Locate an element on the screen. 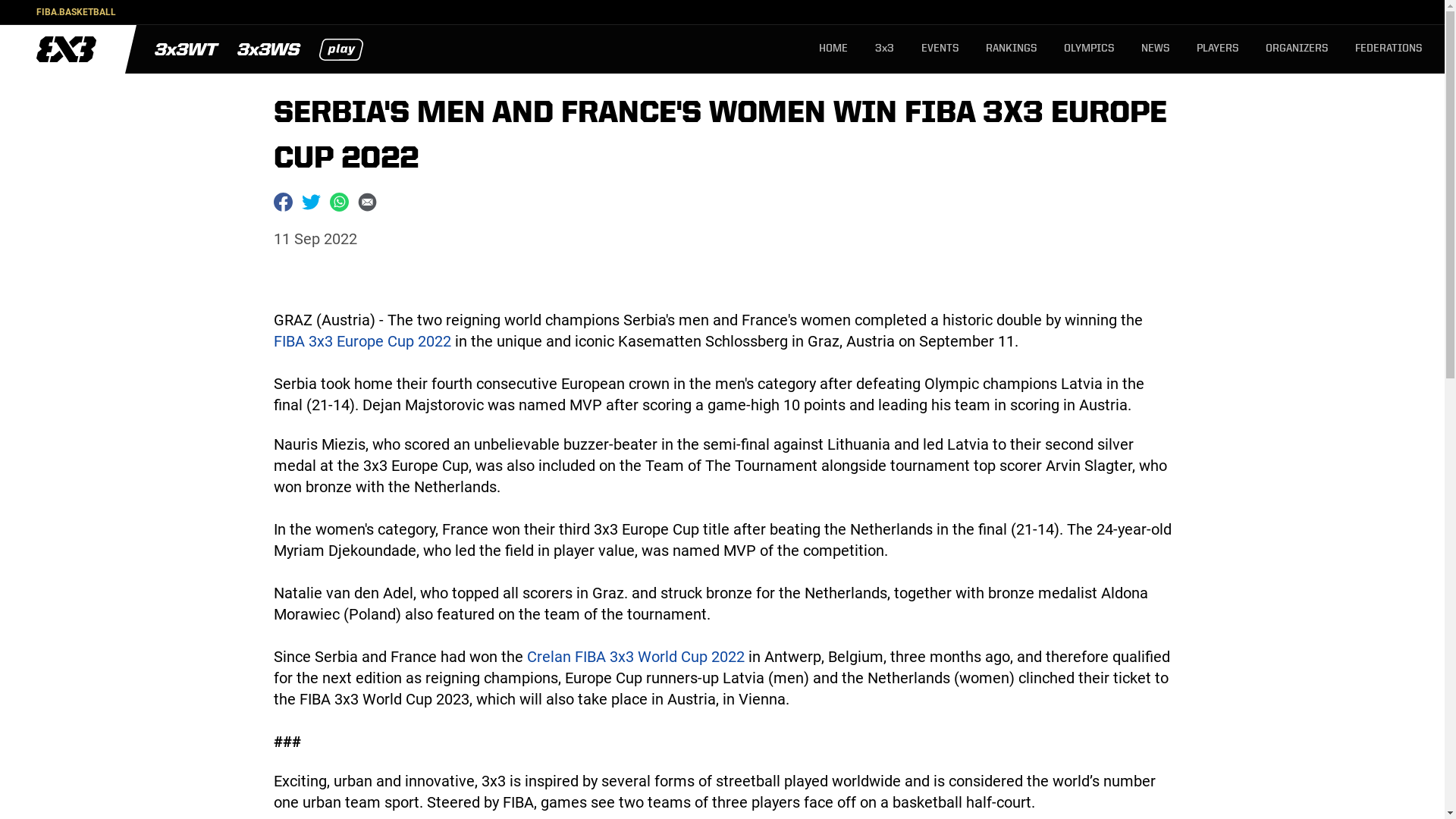 The image size is (1456, 819). 'RANKINGS' is located at coordinates (1011, 48).